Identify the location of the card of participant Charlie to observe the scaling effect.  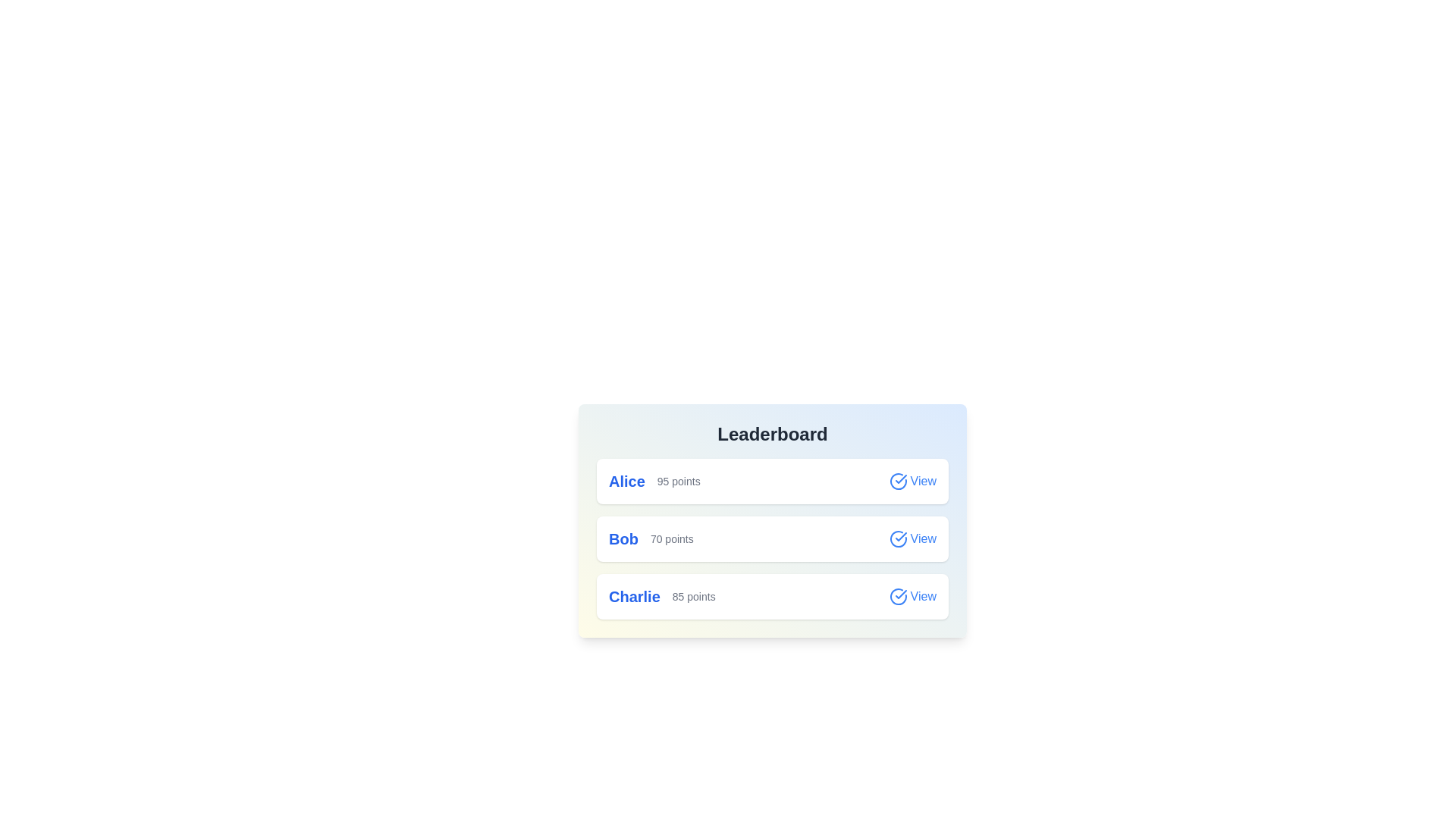
(772, 595).